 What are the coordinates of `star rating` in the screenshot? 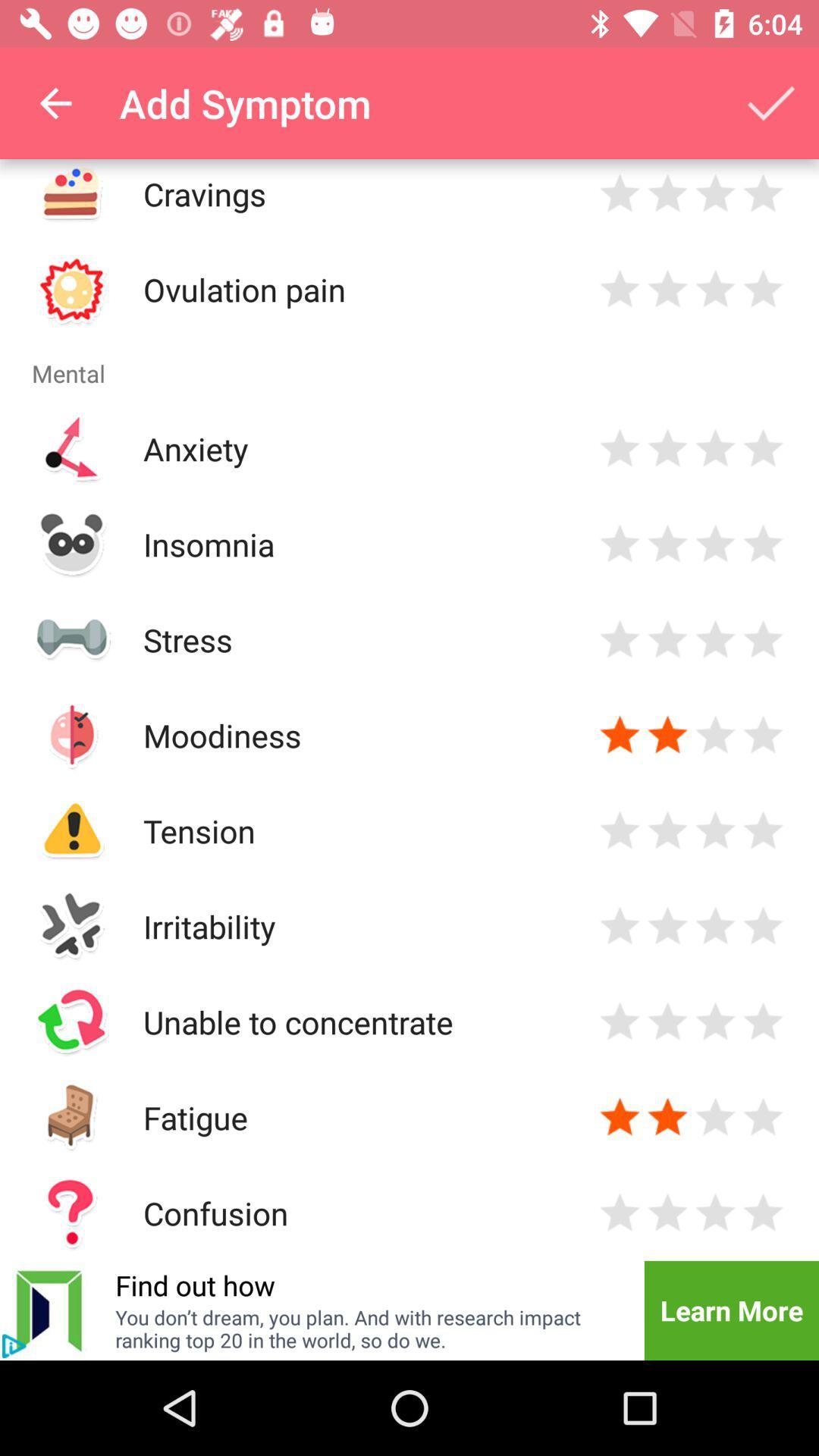 It's located at (620, 735).